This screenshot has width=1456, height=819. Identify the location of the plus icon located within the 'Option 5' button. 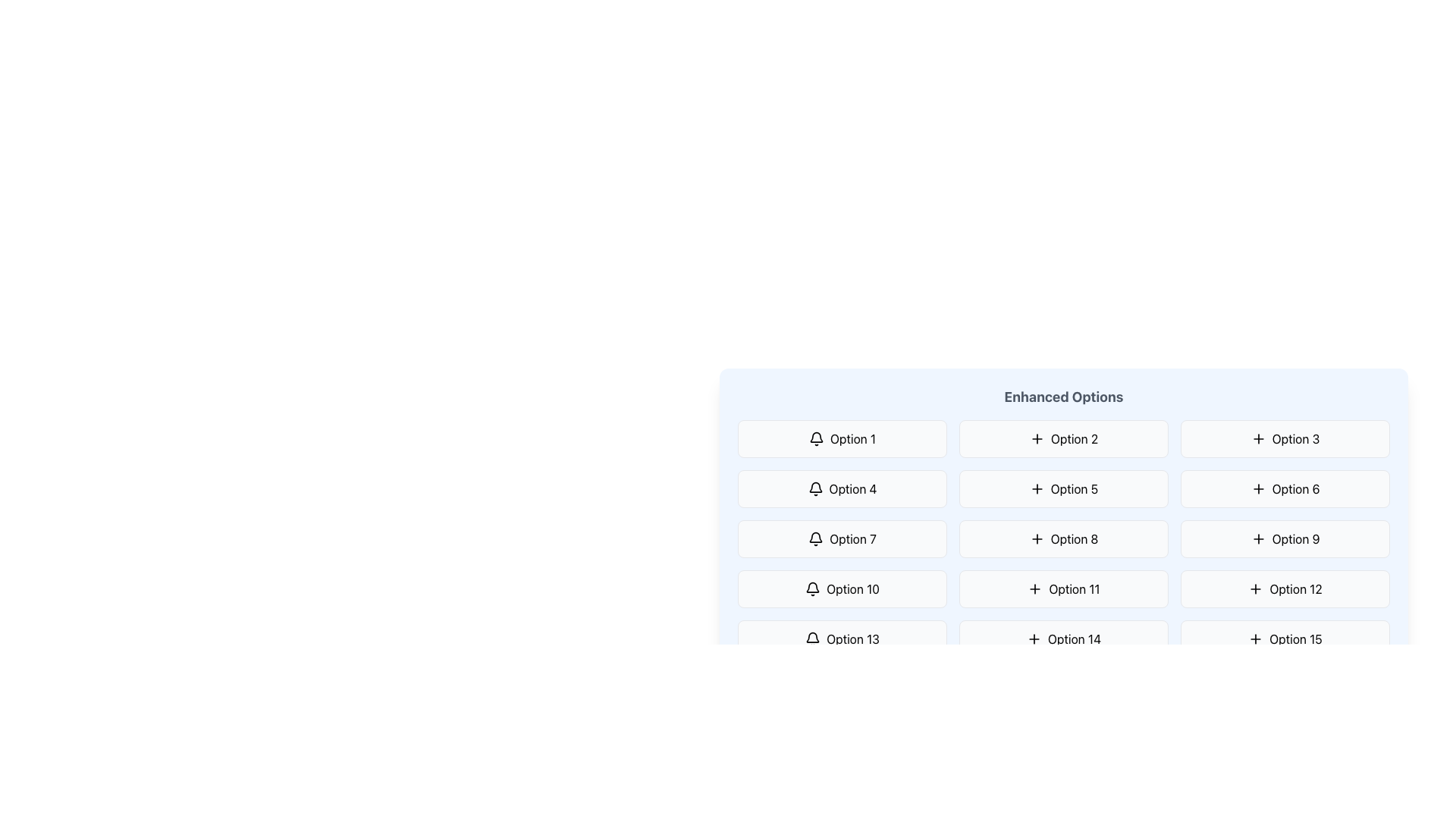
(1036, 488).